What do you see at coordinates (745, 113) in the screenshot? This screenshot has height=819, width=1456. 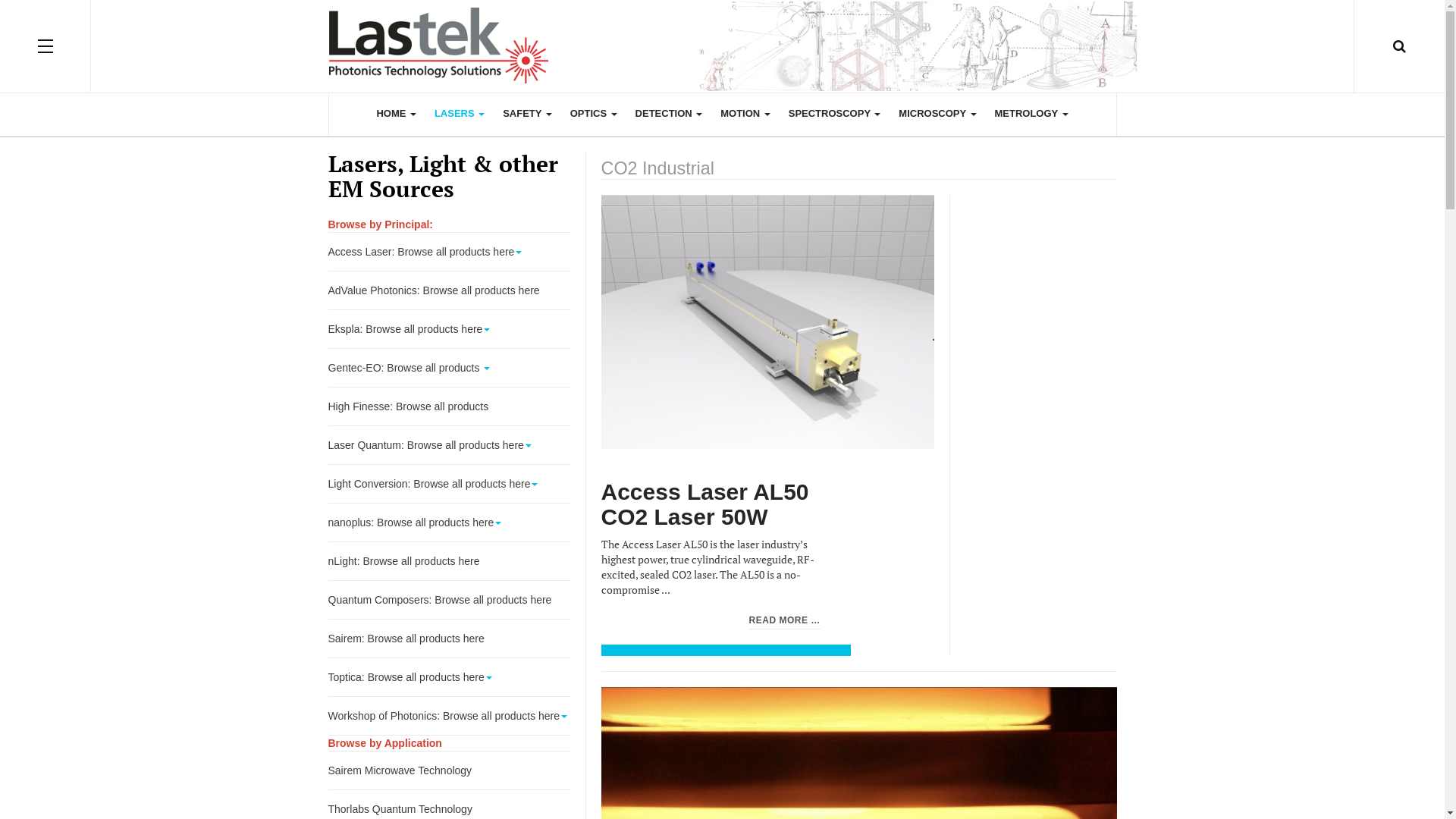 I see `'MOTION'` at bounding box center [745, 113].